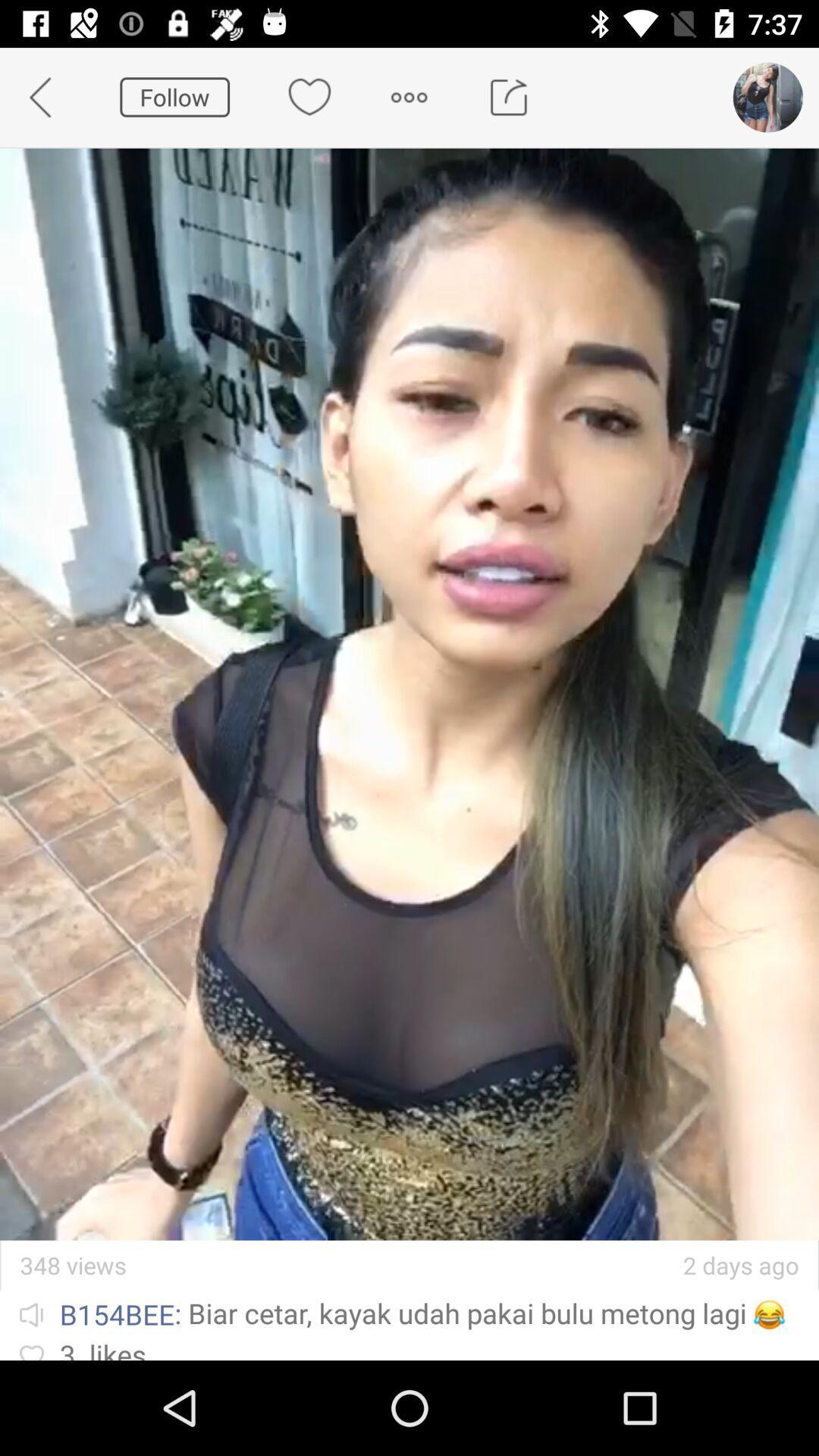 The height and width of the screenshot is (1456, 819). What do you see at coordinates (409, 1348) in the screenshot?
I see `item below ib154bee biar cetar icon` at bounding box center [409, 1348].